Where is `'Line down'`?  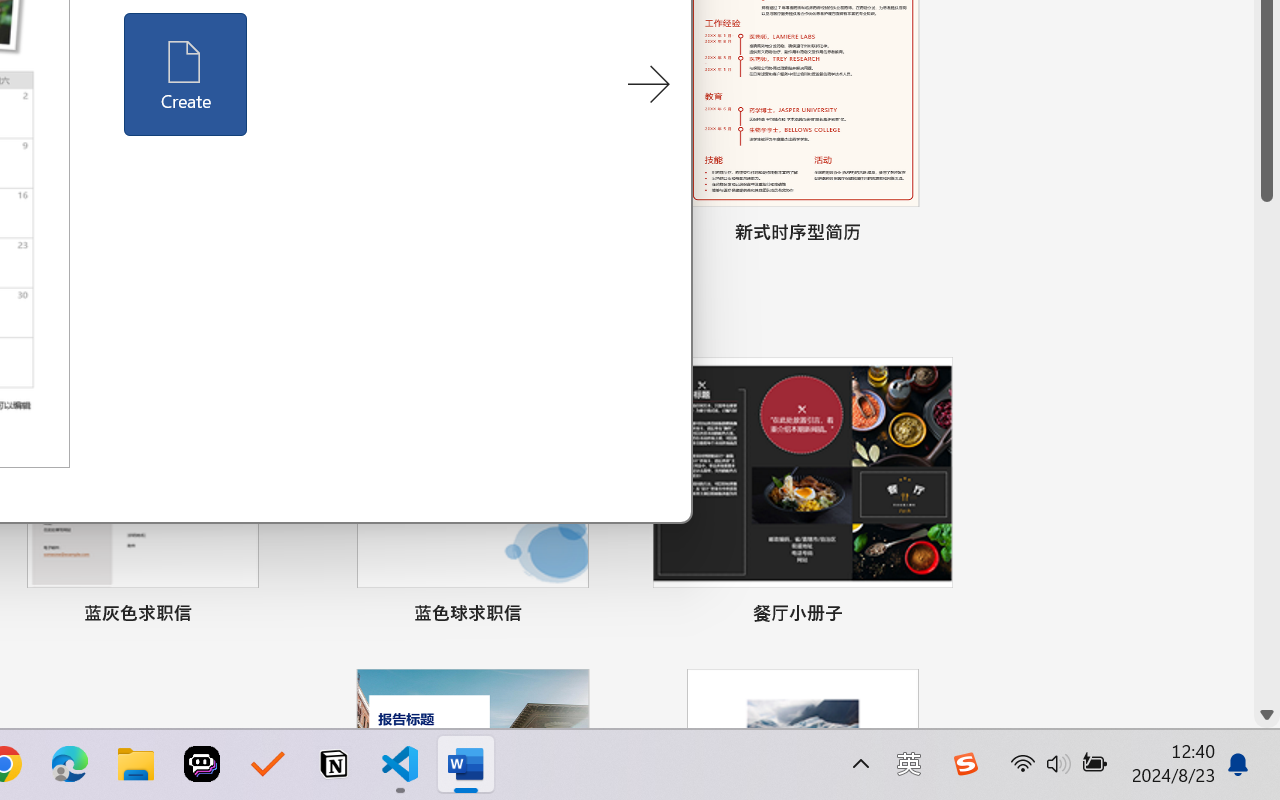
'Line down' is located at coordinates (1266, 714).